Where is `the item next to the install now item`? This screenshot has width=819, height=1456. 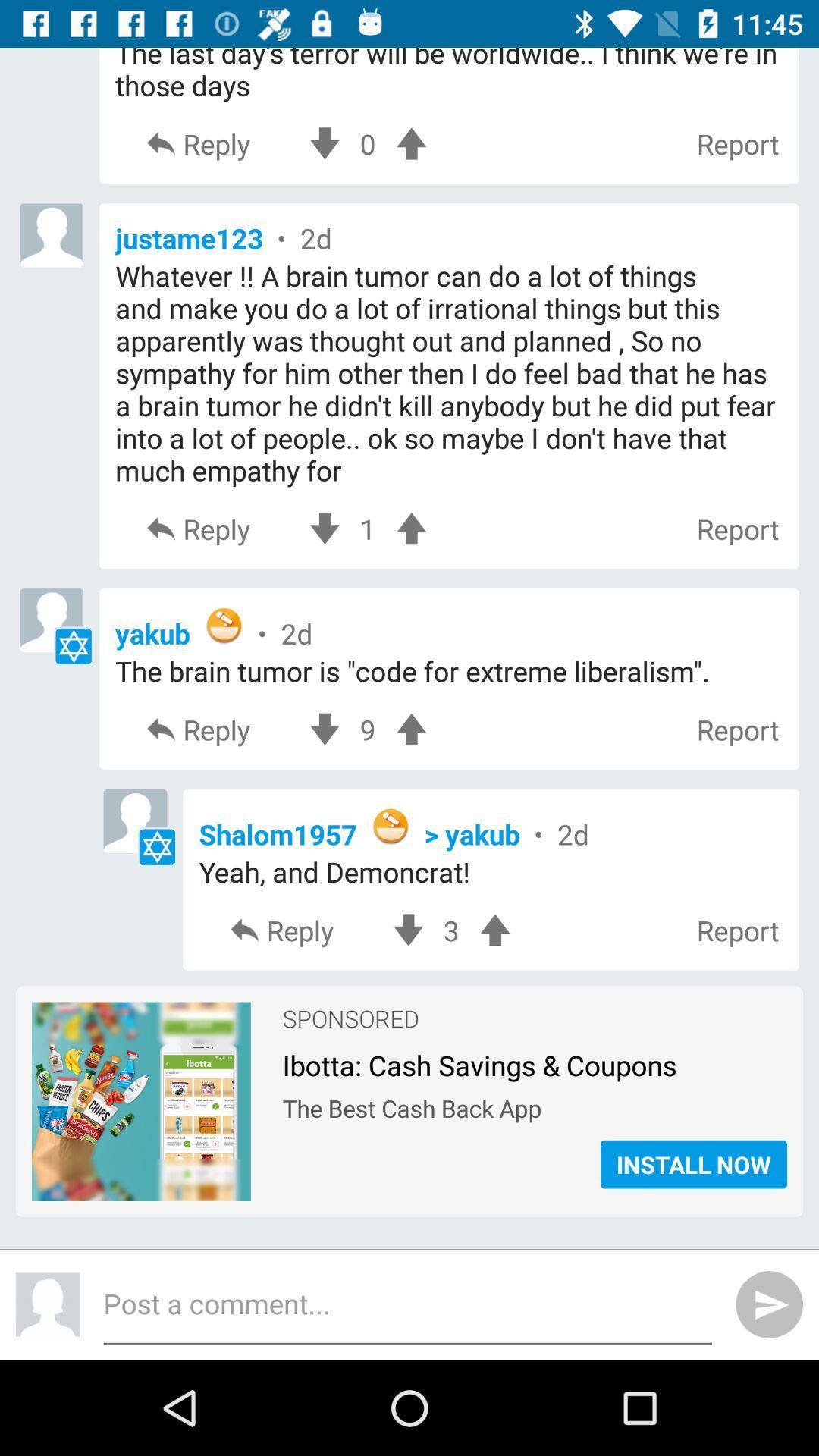 the item next to the install now item is located at coordinates (141, 1179).